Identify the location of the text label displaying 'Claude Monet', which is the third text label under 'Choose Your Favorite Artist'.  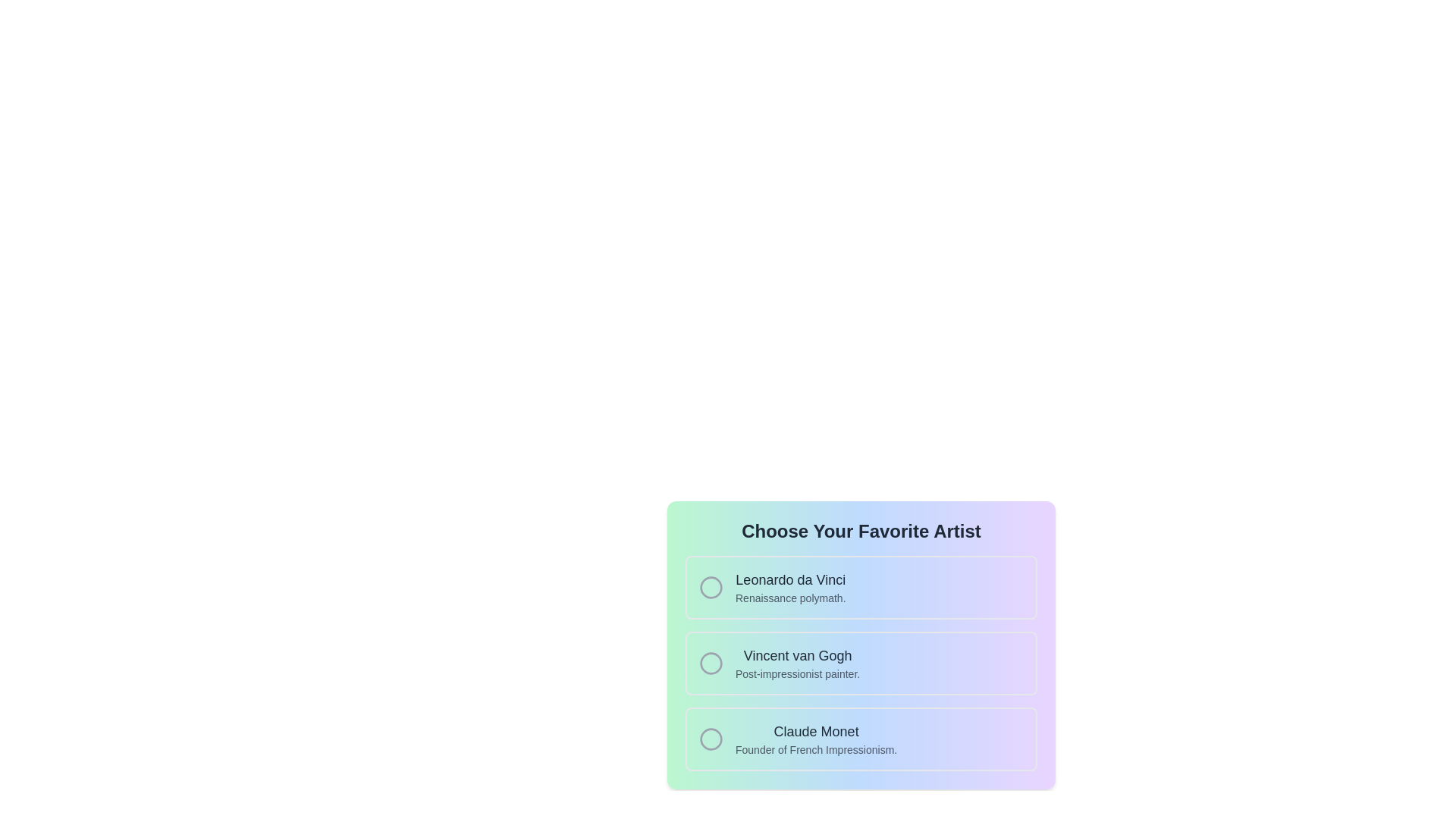
(815, 730).